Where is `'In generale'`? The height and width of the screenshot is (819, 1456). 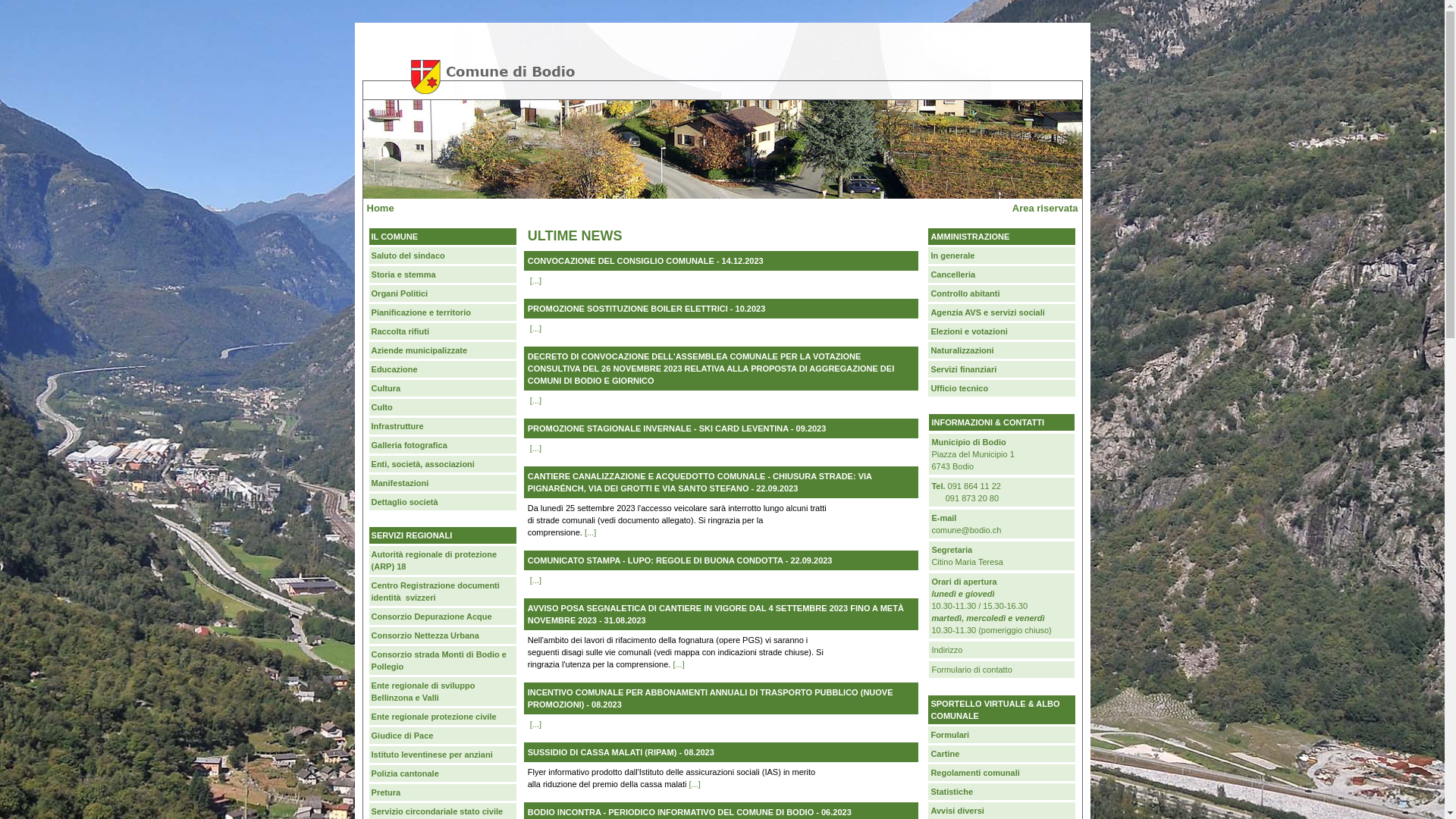
'In generale' is located at coordinates (1001, 254).